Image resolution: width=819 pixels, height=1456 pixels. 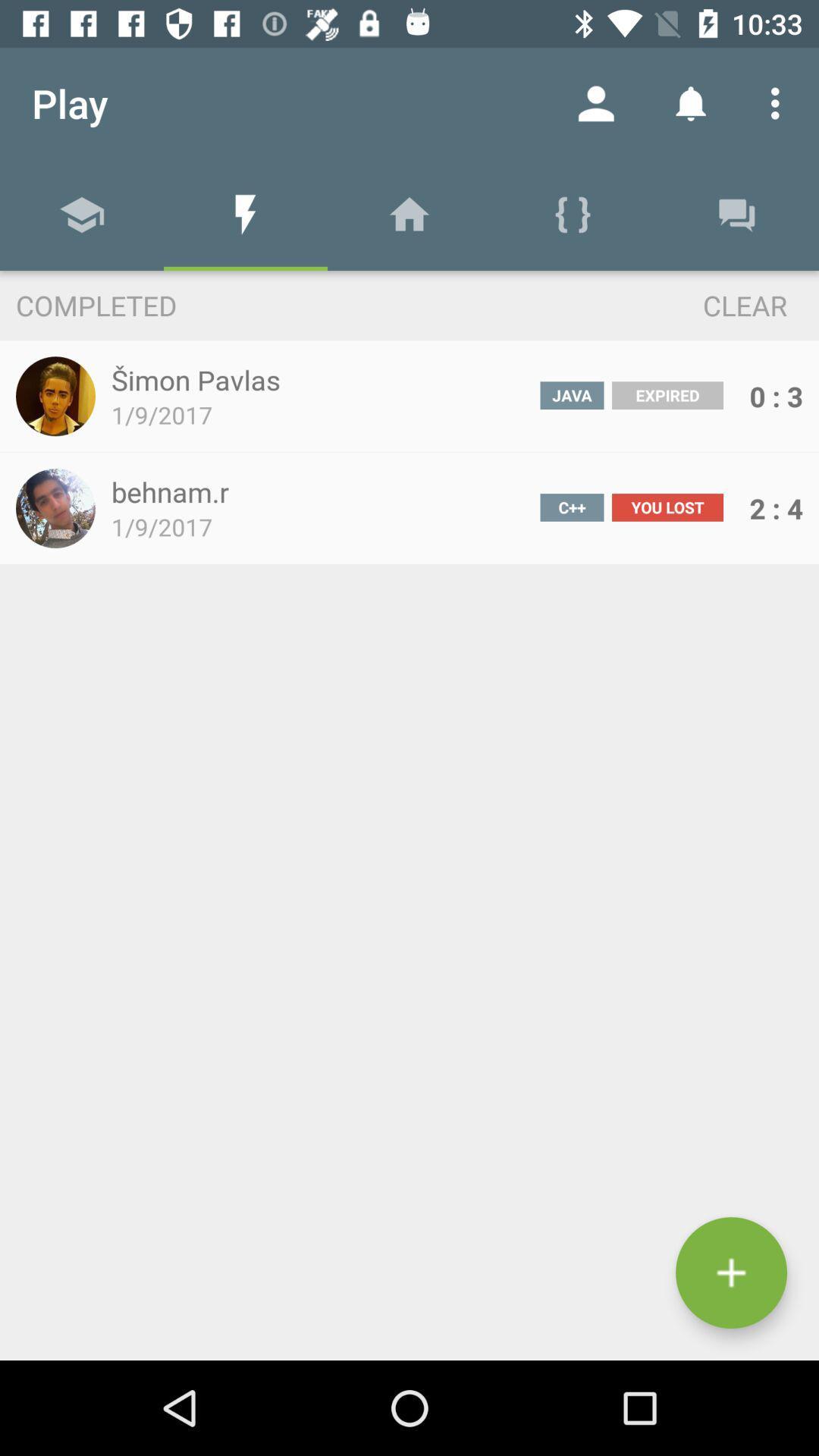 What do you see at coordinates (595, 102) in the screenshot?
I see `item to the right of the play` at bounding box center [595, 102].